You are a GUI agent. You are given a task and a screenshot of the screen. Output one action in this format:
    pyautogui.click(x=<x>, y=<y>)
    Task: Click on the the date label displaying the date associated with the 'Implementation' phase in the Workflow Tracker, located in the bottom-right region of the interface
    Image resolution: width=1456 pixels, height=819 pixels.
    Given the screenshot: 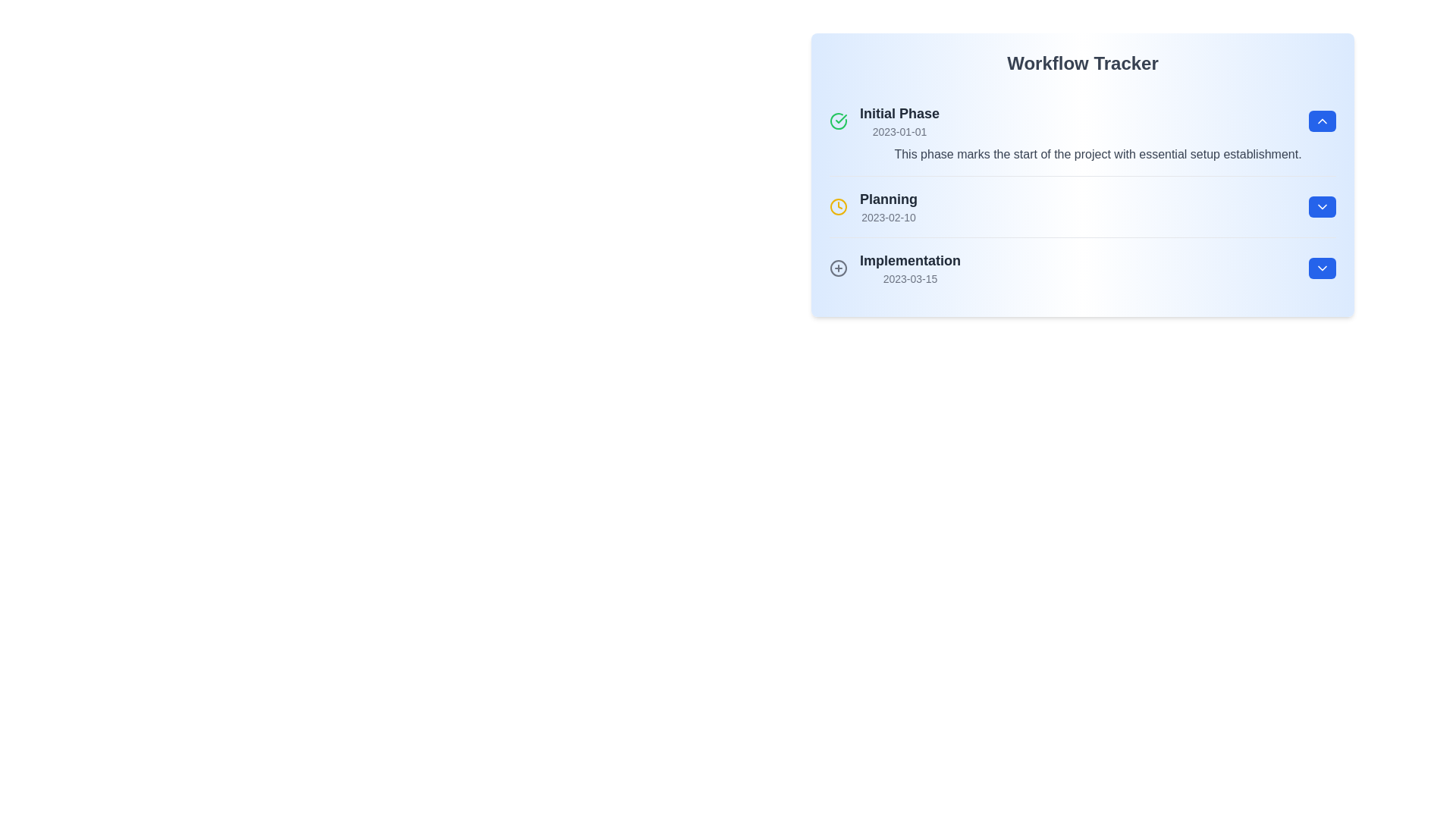 What is the action you would take?
    pyautogui.click(x=910, y=278)
    